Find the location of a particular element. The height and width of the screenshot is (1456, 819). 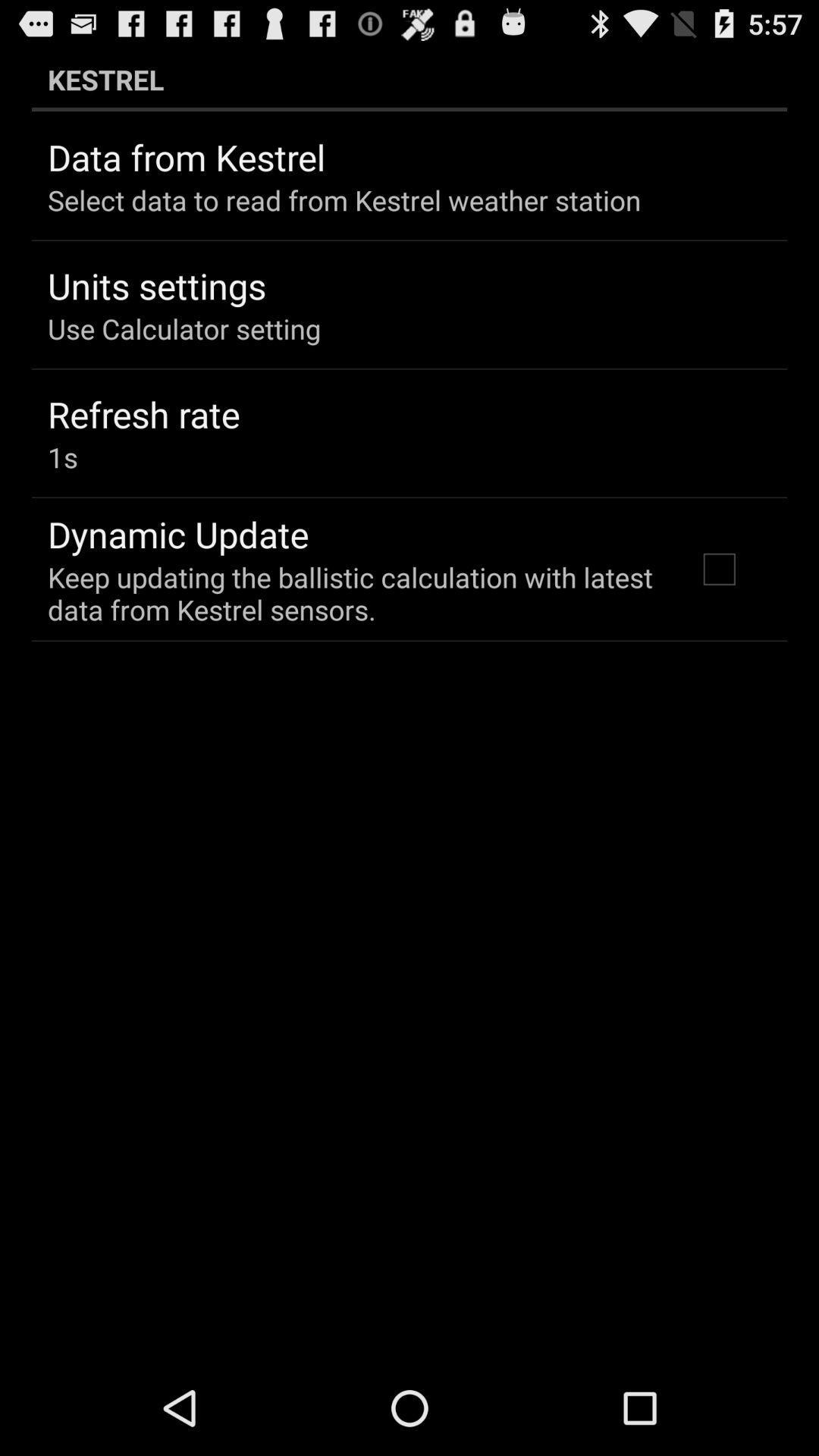

use calculator setting is located at coordinates (184, 328).